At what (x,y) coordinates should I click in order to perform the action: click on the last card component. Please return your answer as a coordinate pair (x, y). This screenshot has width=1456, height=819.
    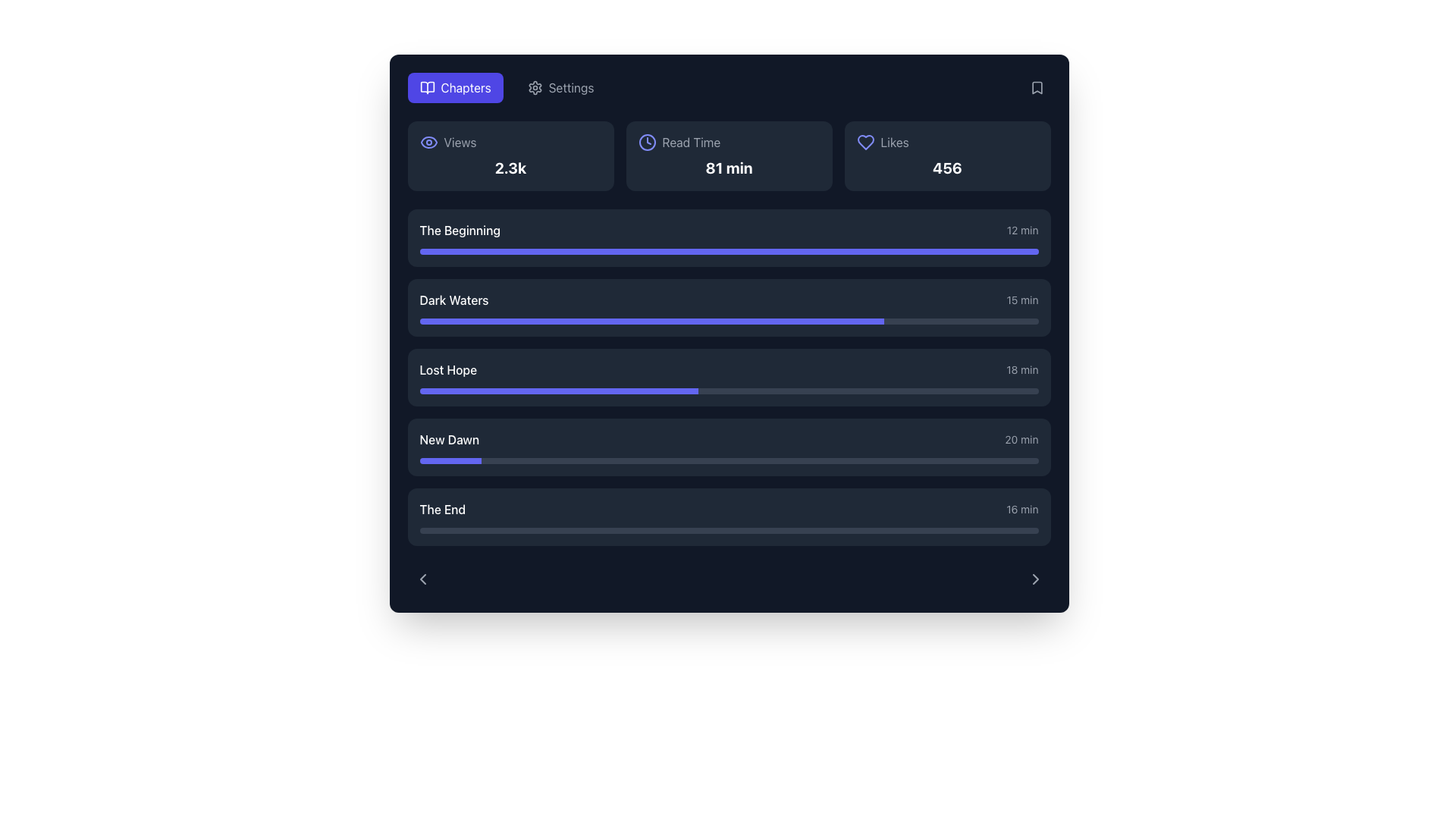
    Looking at the image, I should click on (729, 516).